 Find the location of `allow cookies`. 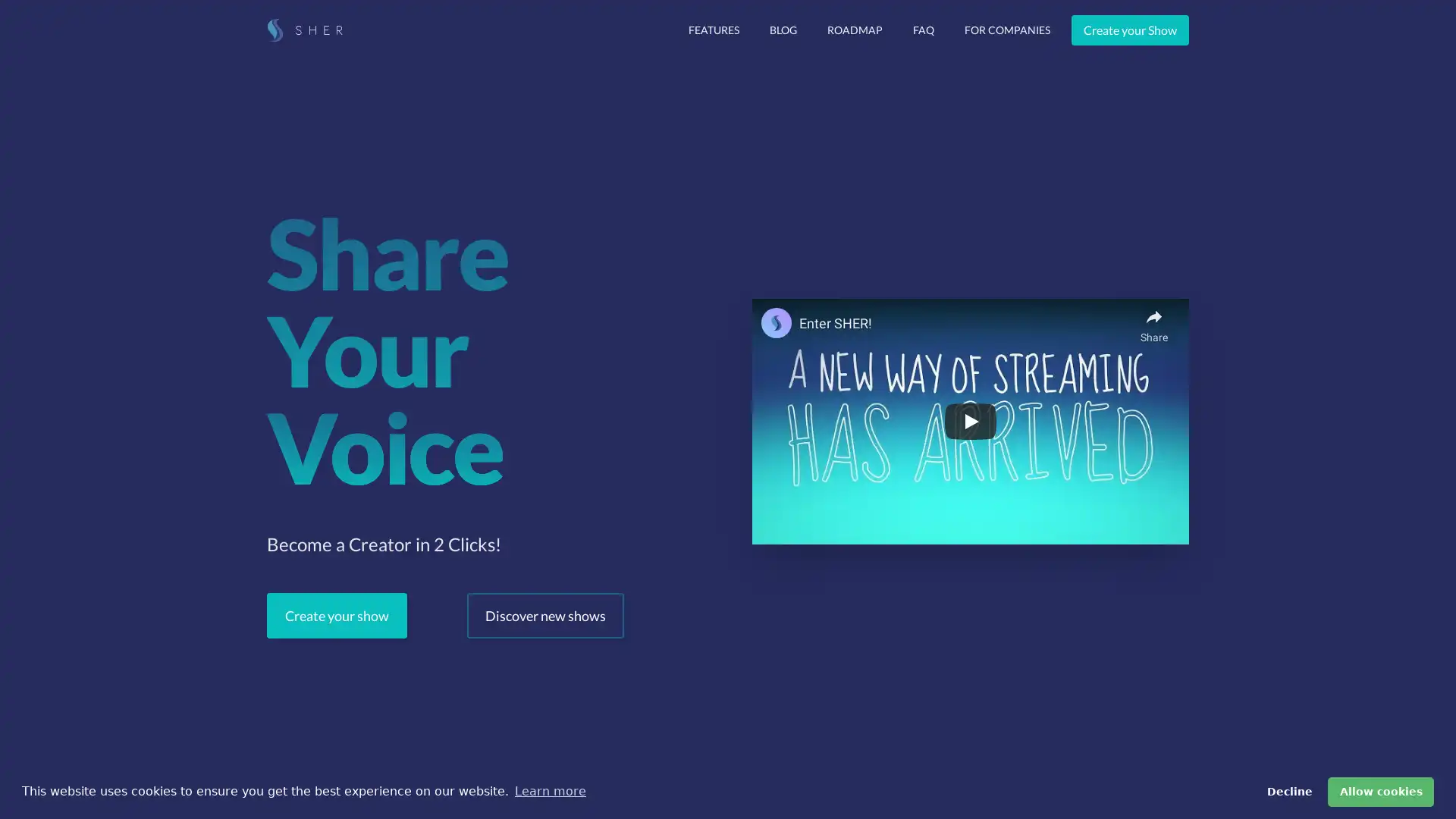

allow cookies is located at coordinates (1380, 791).